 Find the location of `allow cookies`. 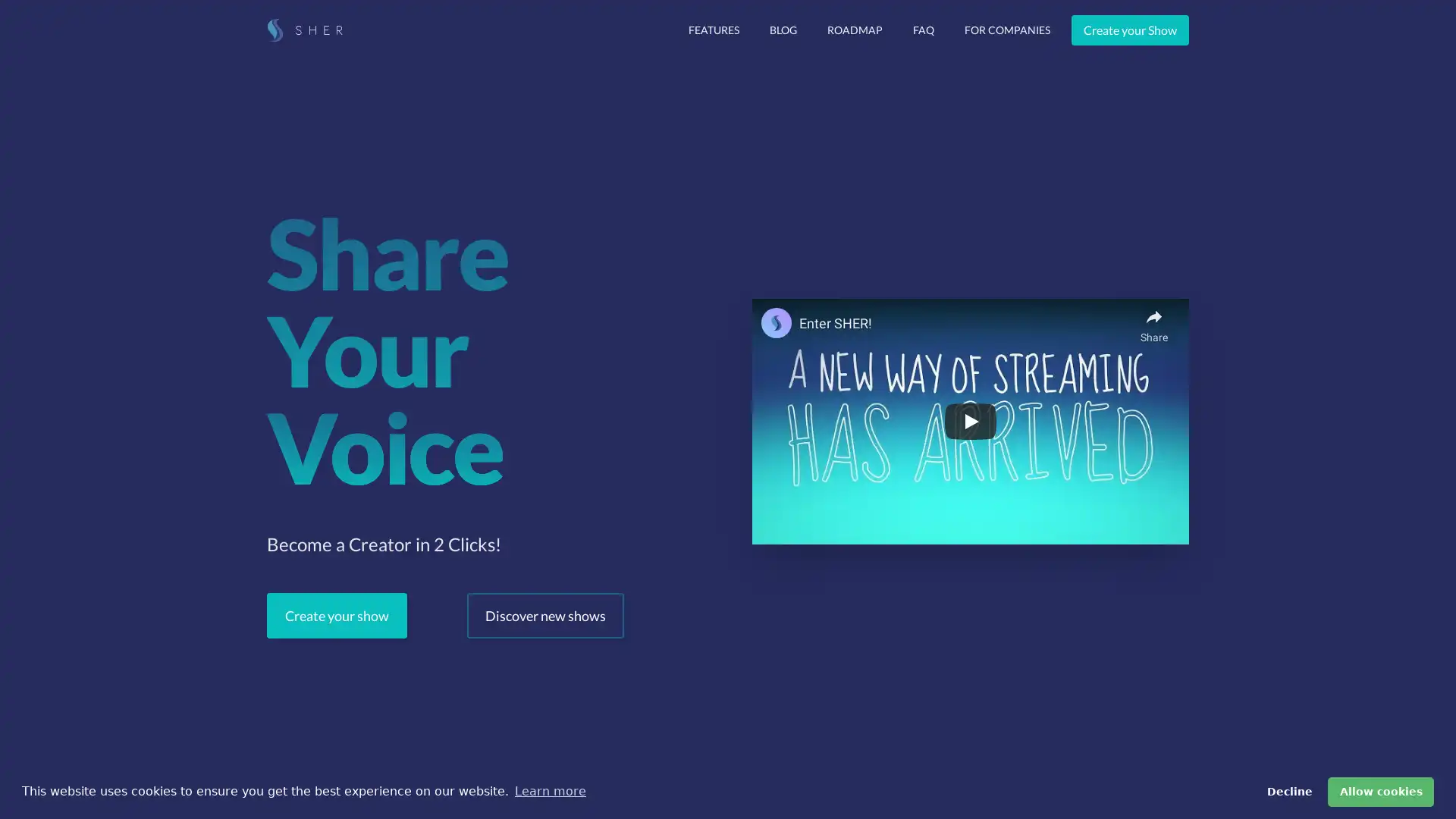

allow cookies is located at coordinates (1380, 791).